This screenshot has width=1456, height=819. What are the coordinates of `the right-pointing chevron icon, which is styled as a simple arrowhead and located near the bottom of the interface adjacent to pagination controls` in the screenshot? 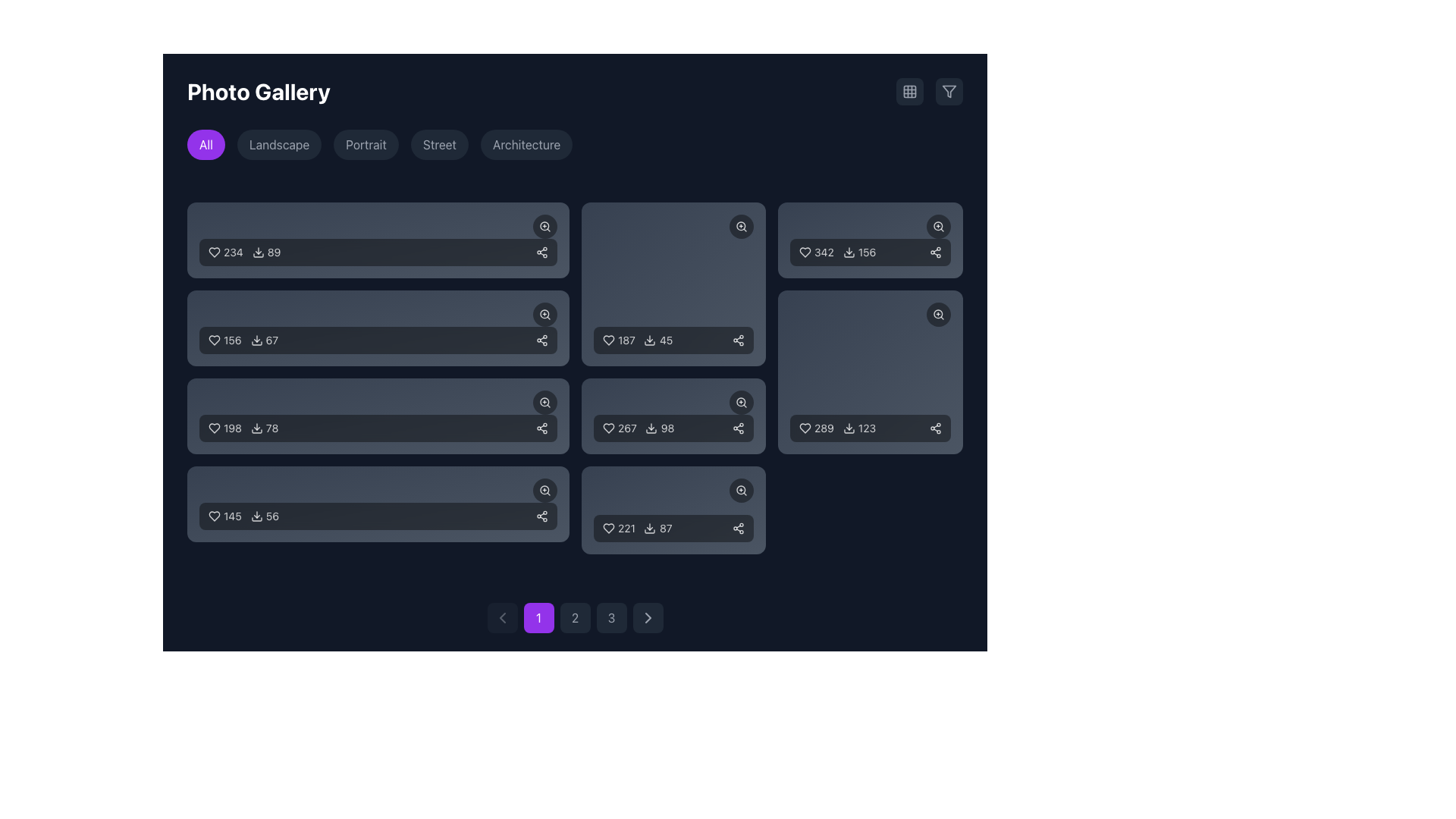 It's located at (648, 617).